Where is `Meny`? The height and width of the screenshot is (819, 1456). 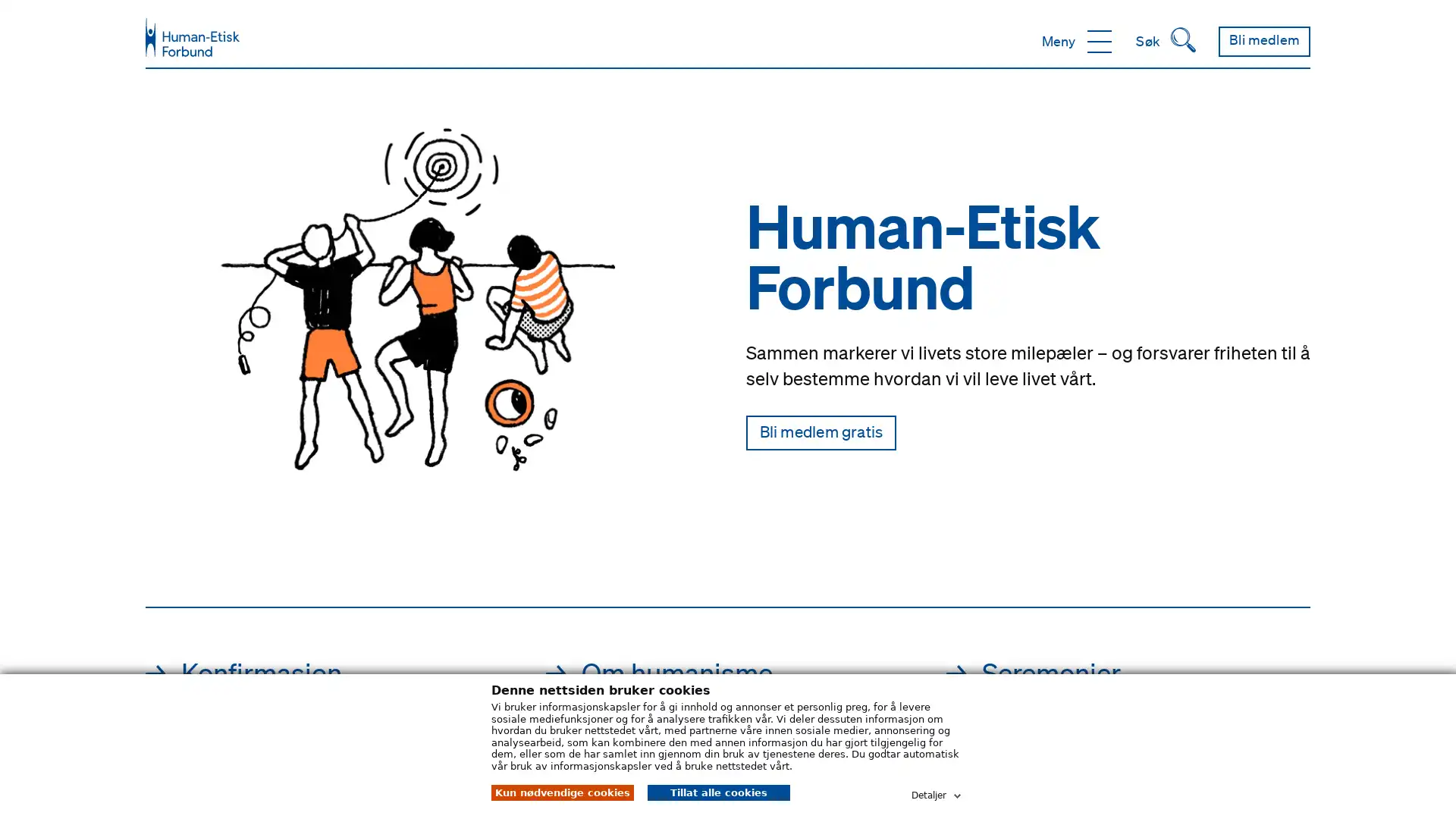 Meny is located at coordinates (1075, 42).